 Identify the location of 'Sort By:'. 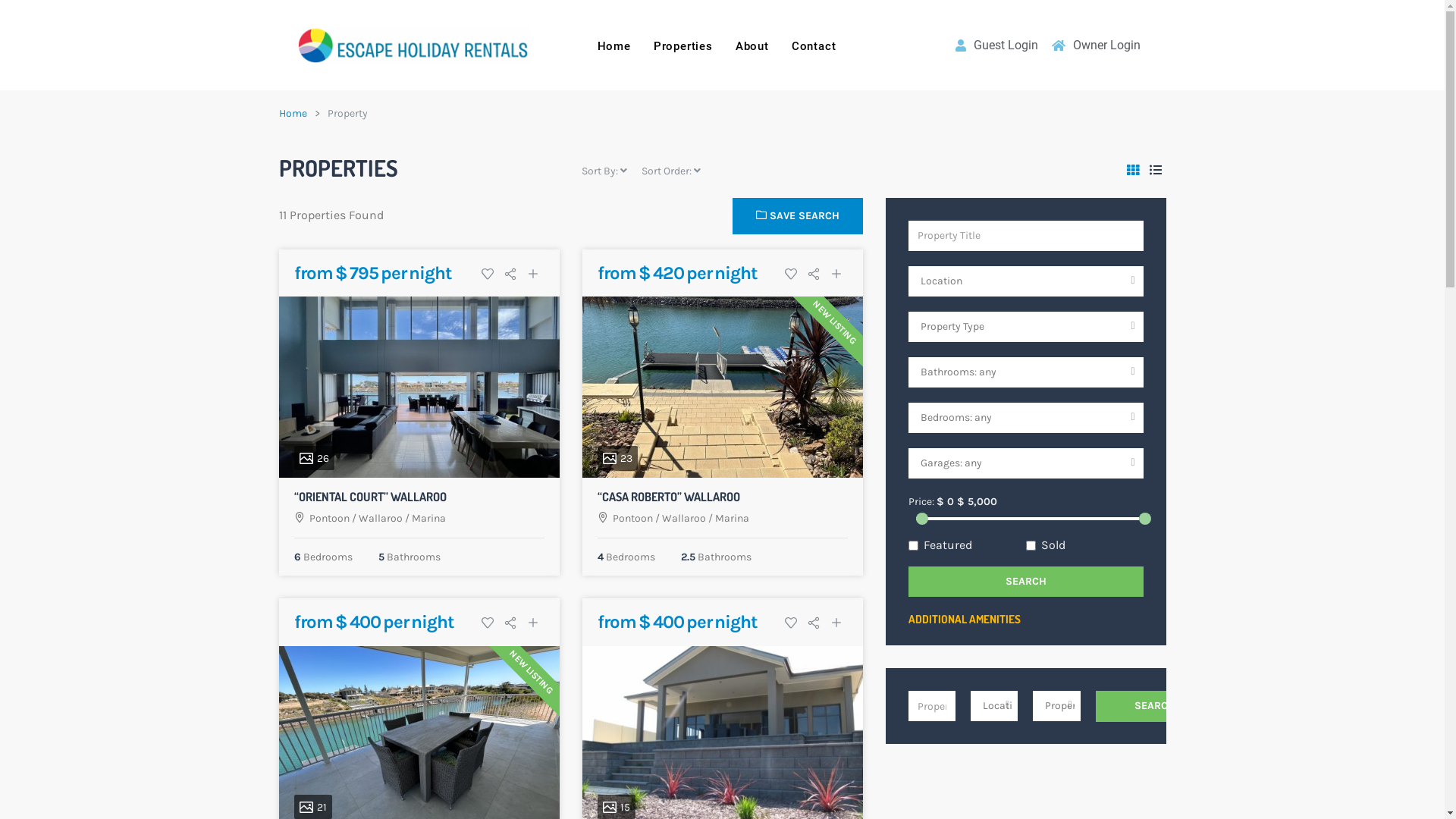
(581, 171).